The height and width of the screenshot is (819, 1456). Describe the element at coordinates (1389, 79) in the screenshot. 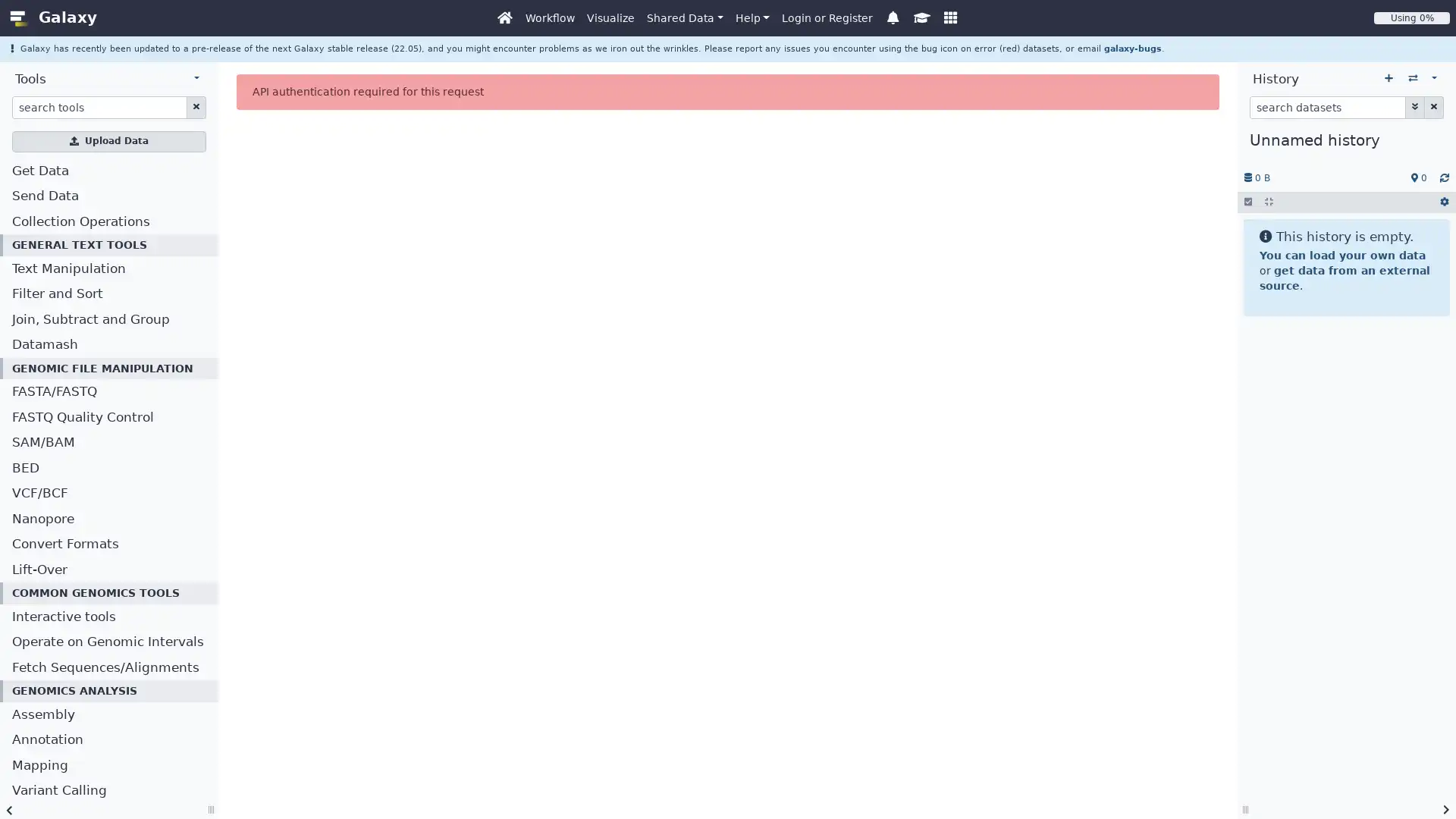

I see `Create new history` at that location.